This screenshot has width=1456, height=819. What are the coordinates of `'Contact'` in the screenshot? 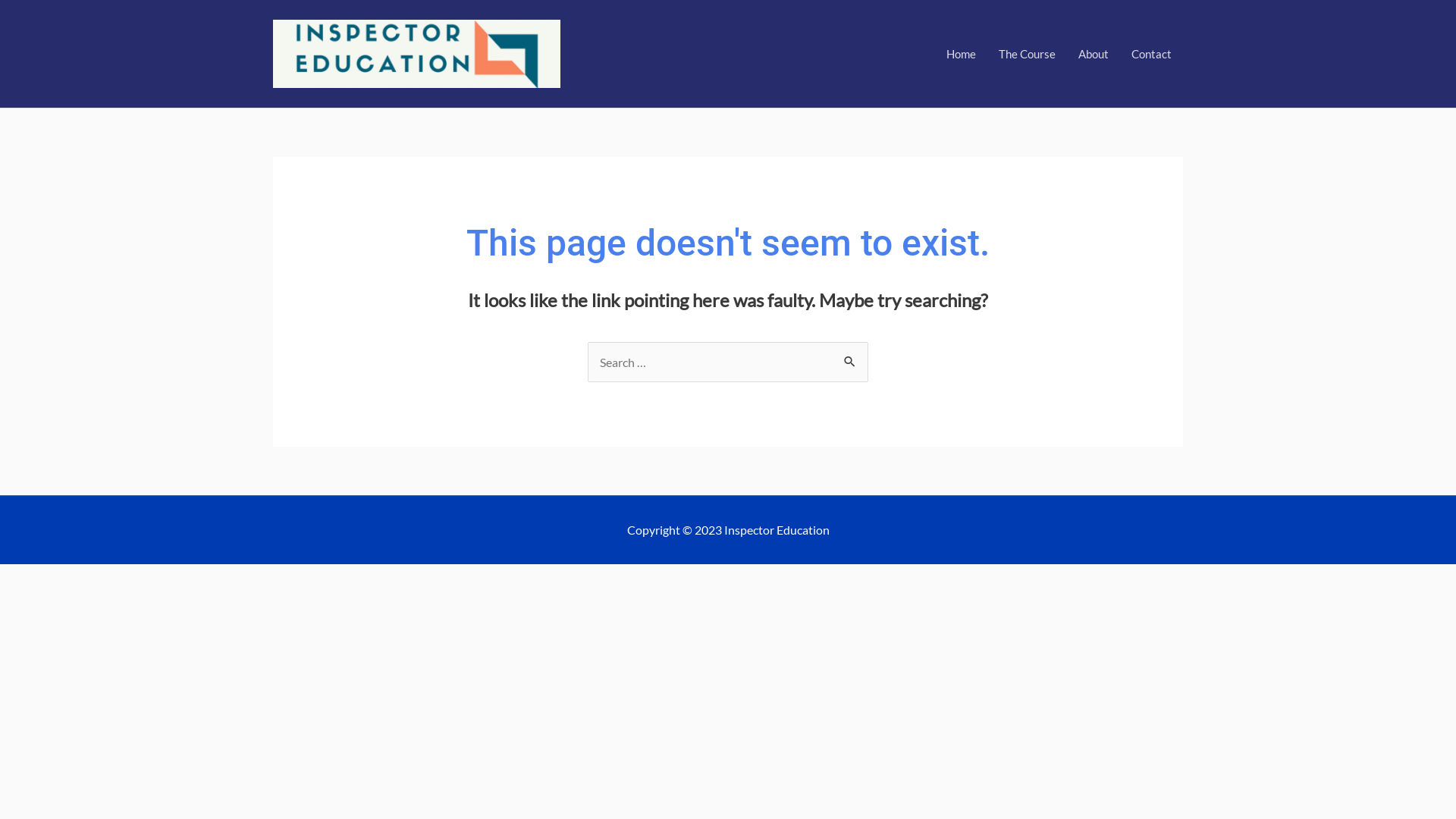 It's located at (1151, 52).